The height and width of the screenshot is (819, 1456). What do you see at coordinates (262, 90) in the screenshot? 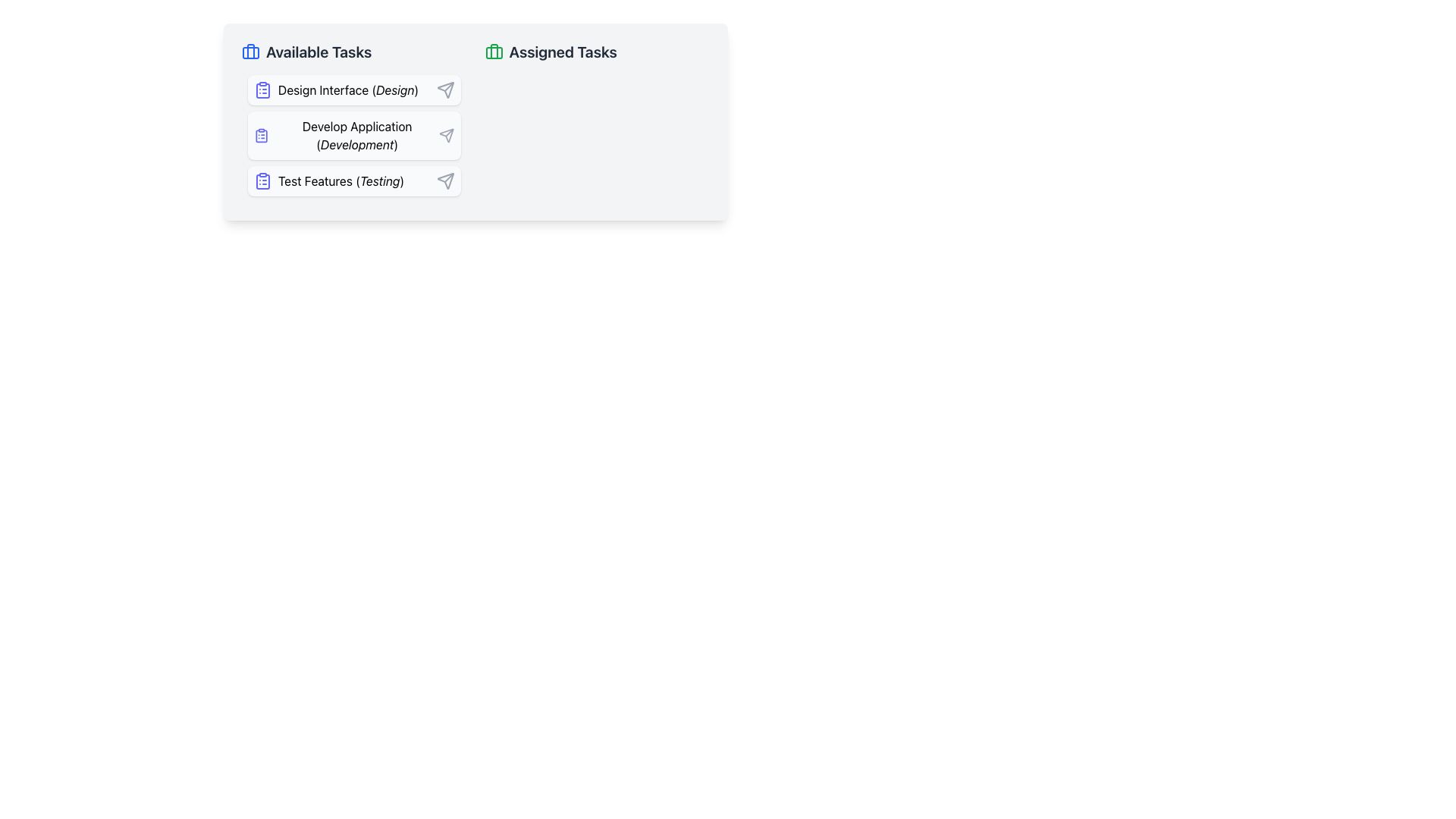
I see `the clipboard-shaped icon with vibrant indigo color, which is the first item in the 'Available Tasks' section and precedes the text 'Design Interface (Design)'` at bounding box center [262, 90].